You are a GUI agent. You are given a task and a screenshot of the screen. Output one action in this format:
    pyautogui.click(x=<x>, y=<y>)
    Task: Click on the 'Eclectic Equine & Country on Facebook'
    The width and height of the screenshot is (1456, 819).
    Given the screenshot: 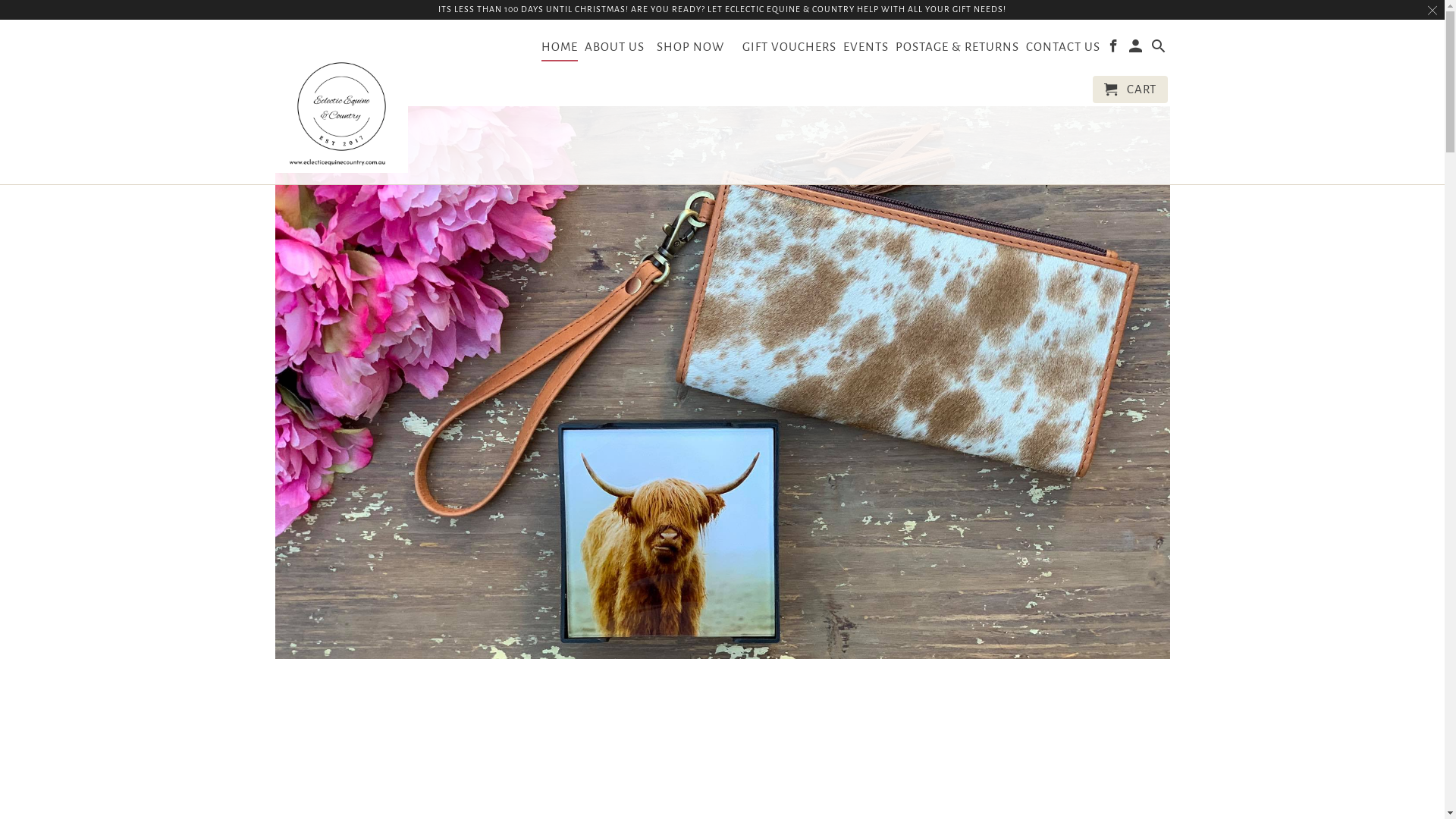 What is the action you would take?
    pyautogui.click(x=1115, y=49)
    